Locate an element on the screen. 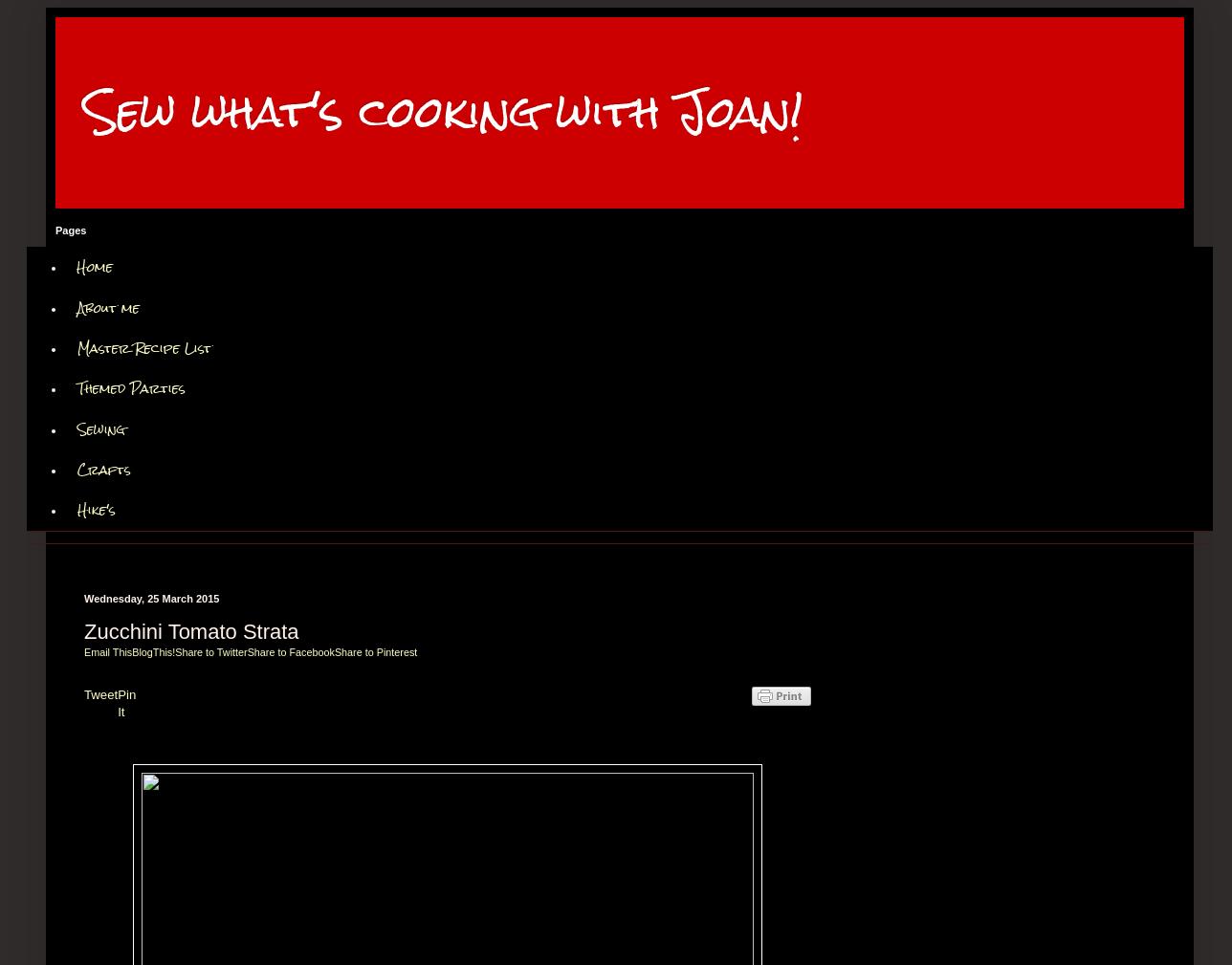 The height and width of the screenshot is (965, 1232). 'Sew what's cooking with Joan!' is located at coordinates (83, 111).